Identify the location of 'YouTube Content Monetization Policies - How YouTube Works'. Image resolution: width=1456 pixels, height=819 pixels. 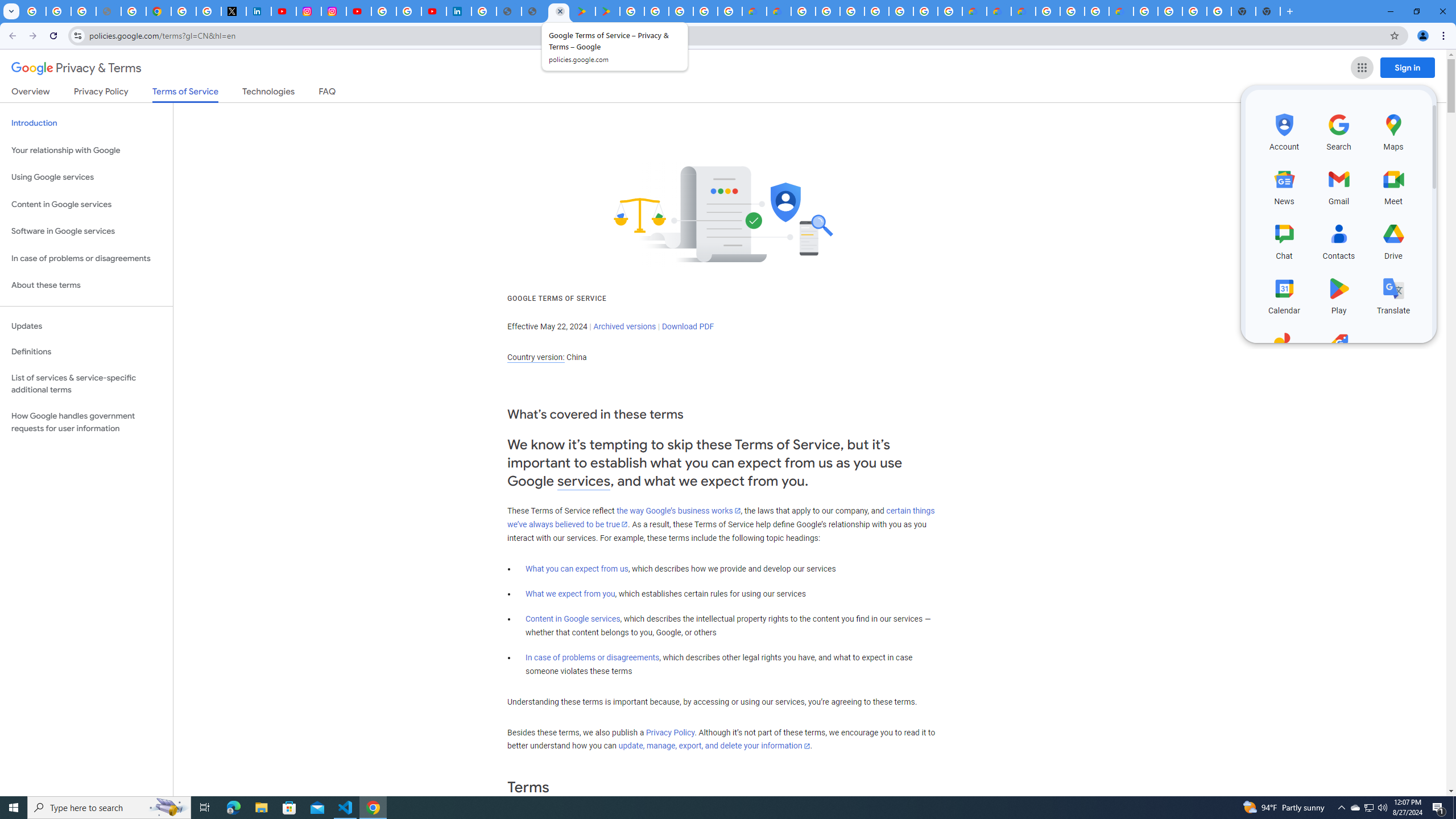
(283, 11).